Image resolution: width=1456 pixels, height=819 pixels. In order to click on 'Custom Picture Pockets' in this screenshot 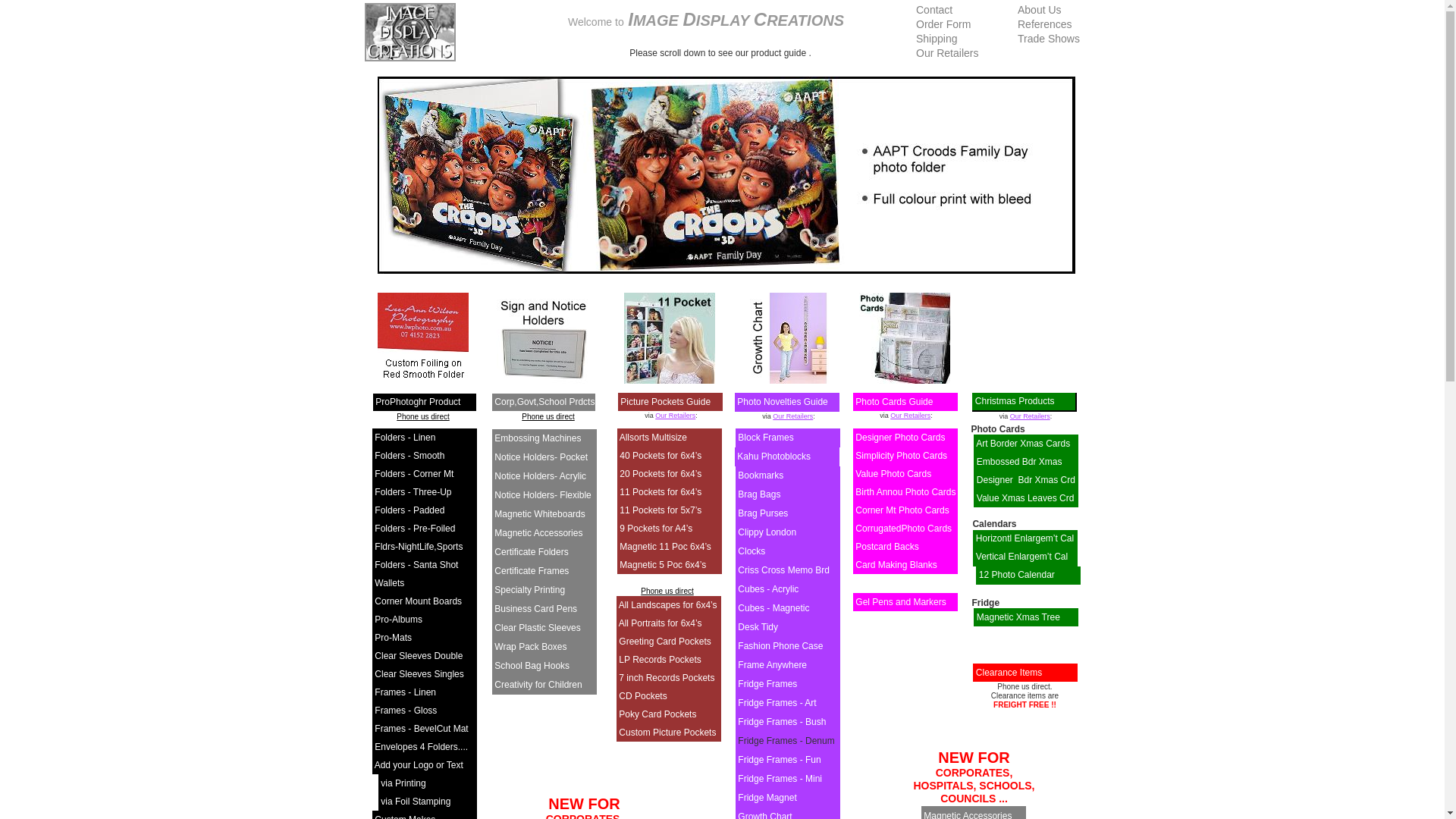, I will do `click(667, 731)`.